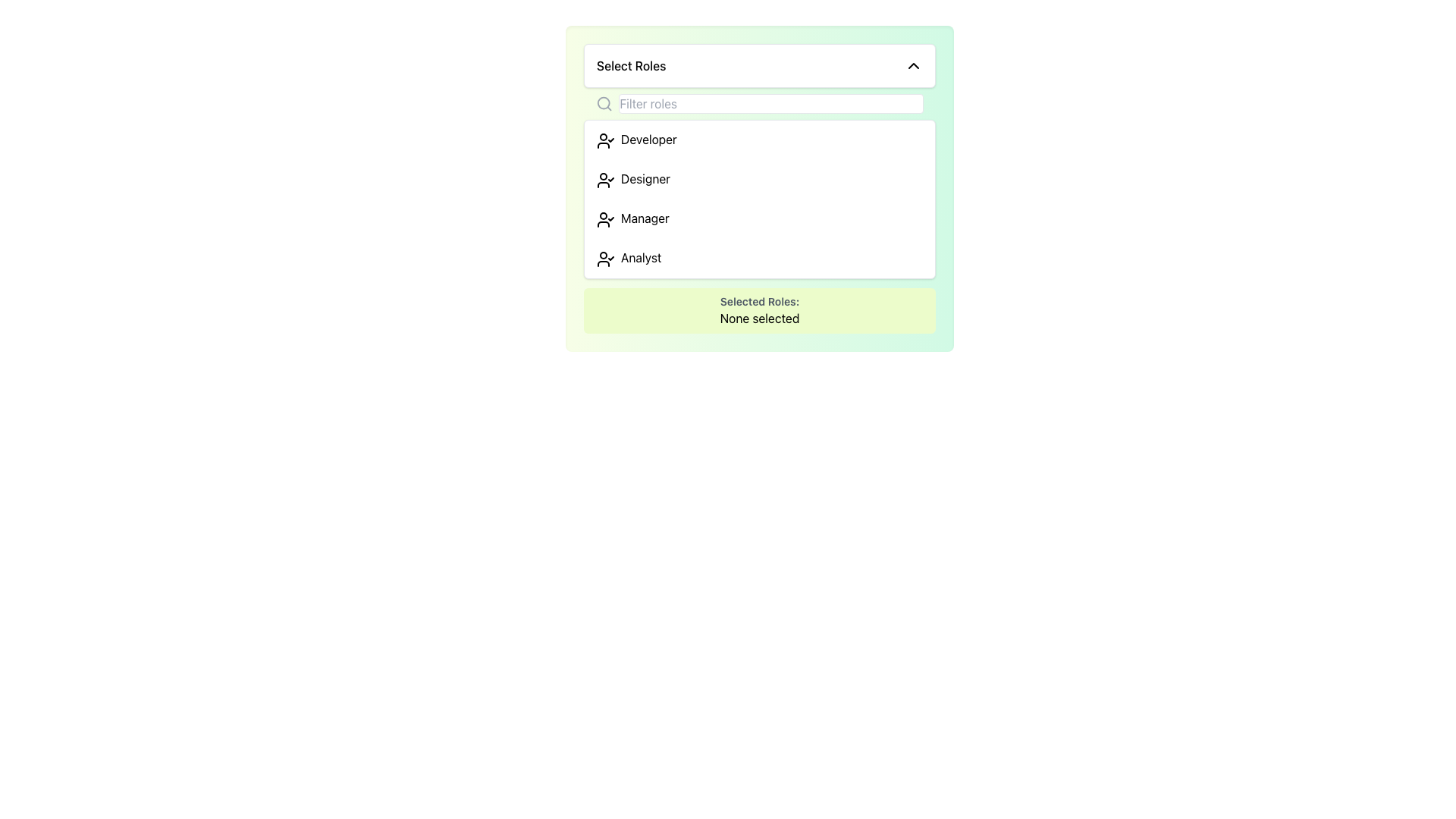  Describe the element at coordinates (604, 103) in the screenshot. I see `the magnifying glass icon that signifies the search feature for the 'Filter roles' text input box` at that location.